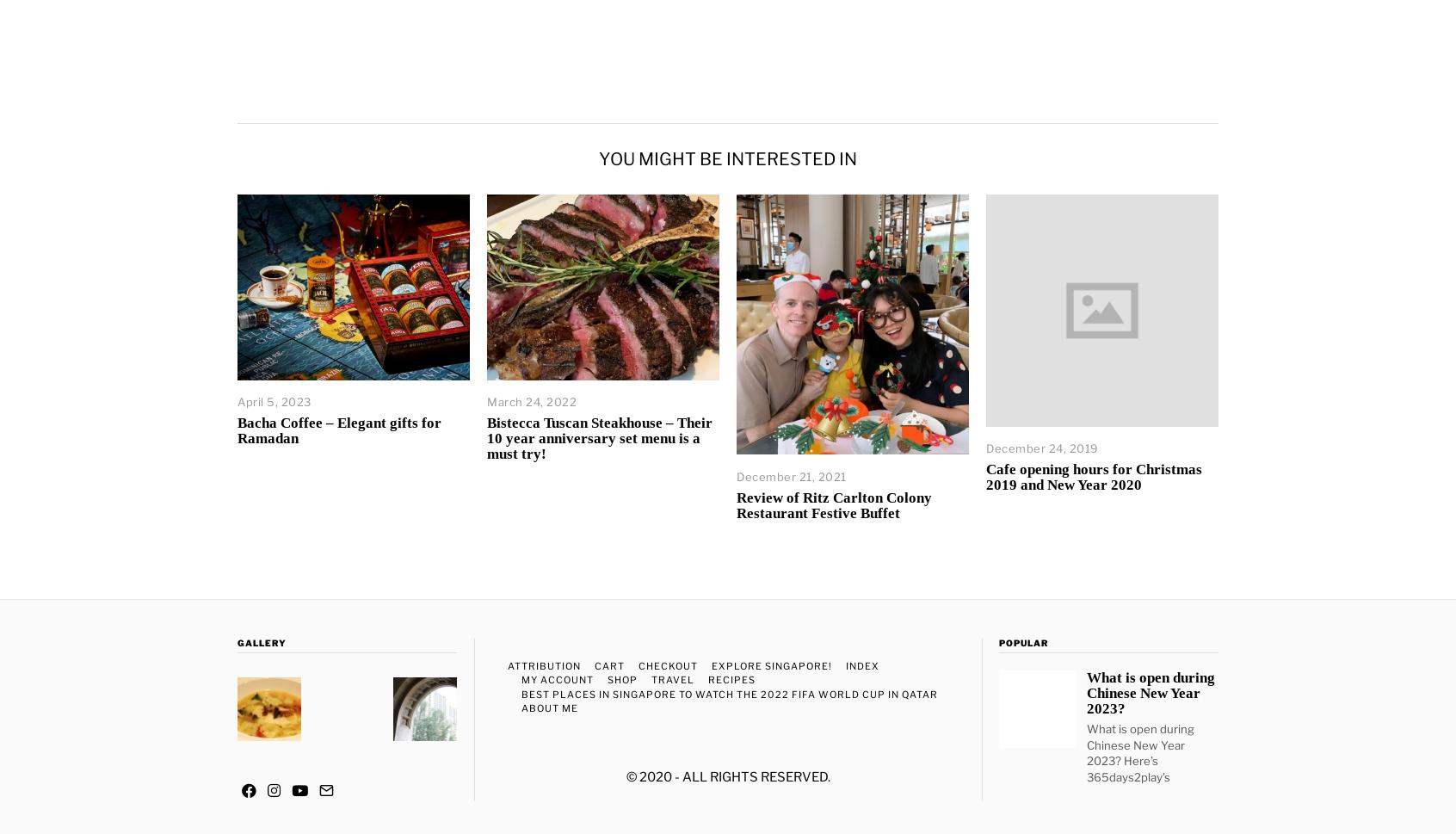 The width and height of the screenshot is (1456, 834). What do you see at coordinates (273, 401) in the screenshot?
I see `'April 5, 2023'` at bounding box center [273, 401].